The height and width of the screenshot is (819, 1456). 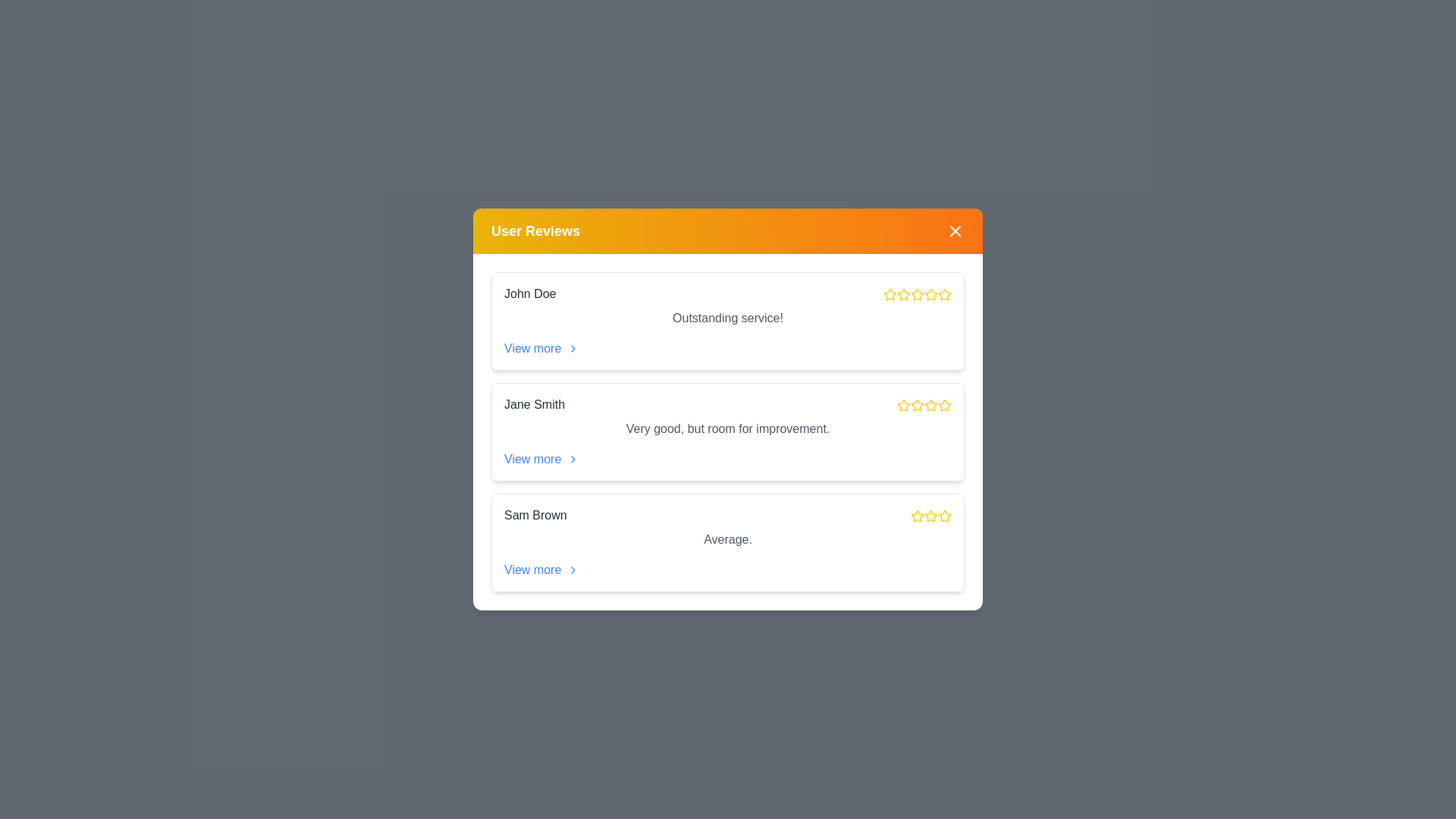 What do you see at coordinates (954, 231) in the screenshot?
I see `the 'X' button to close the dialog` at bounding box center [954, 231].